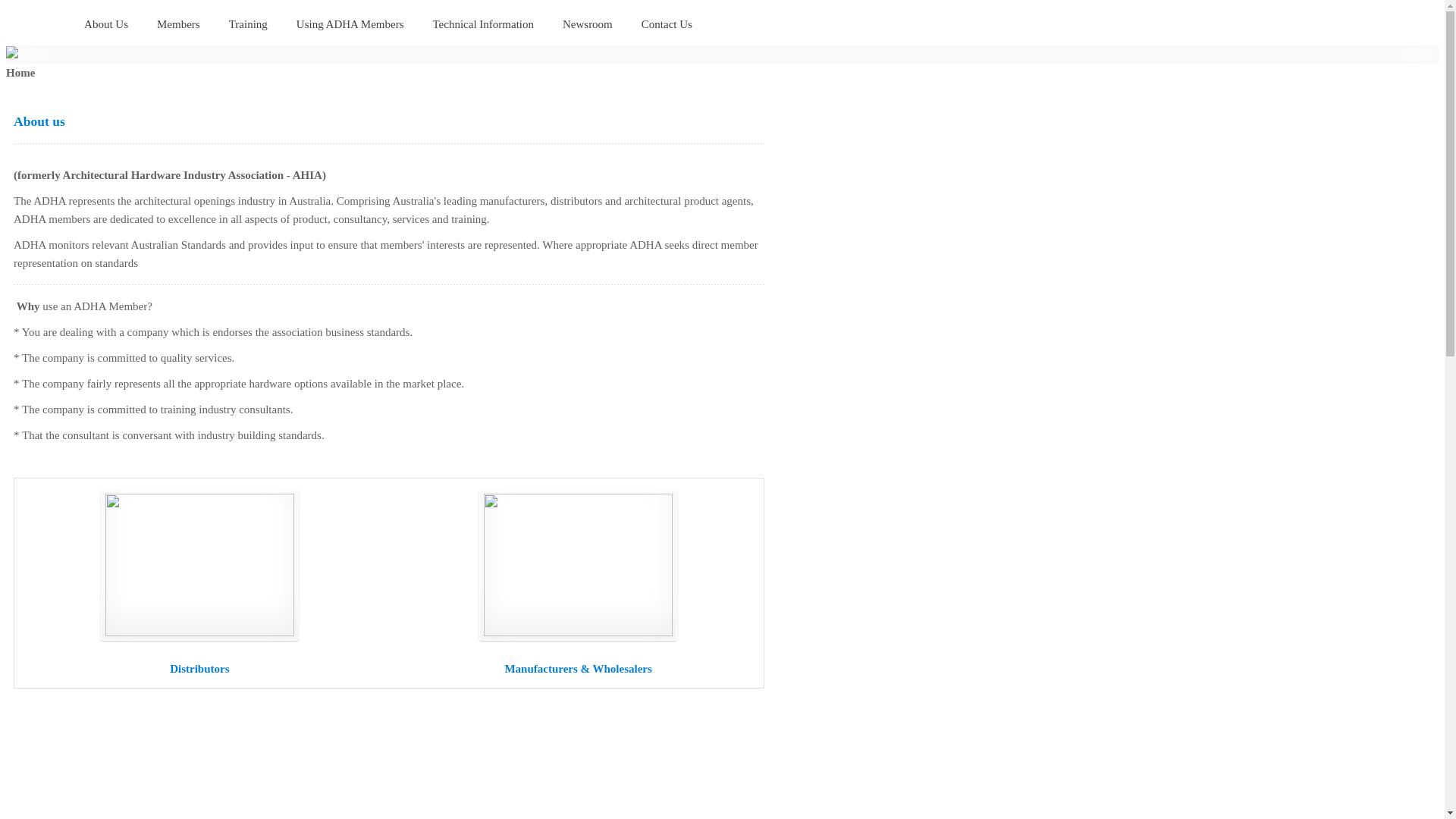 The height and width of the screenshot is (819, 1456). Describe the element at coordinates (350, 25) in the screenshot. I see `'Using ADHA Members'` at that location.